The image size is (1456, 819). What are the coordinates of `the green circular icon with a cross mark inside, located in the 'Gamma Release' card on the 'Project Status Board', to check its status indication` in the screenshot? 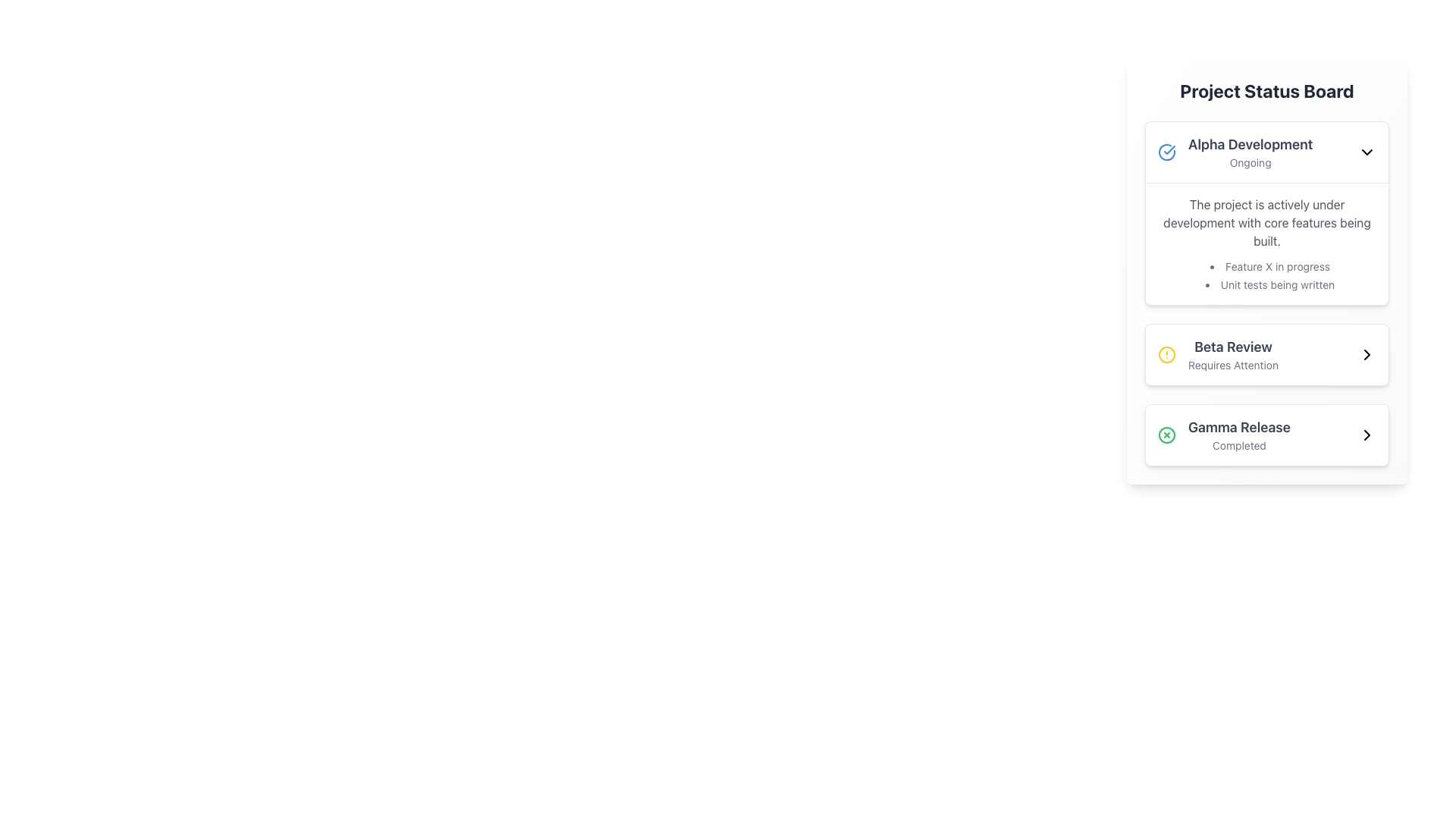 It's located at (1166, 435).